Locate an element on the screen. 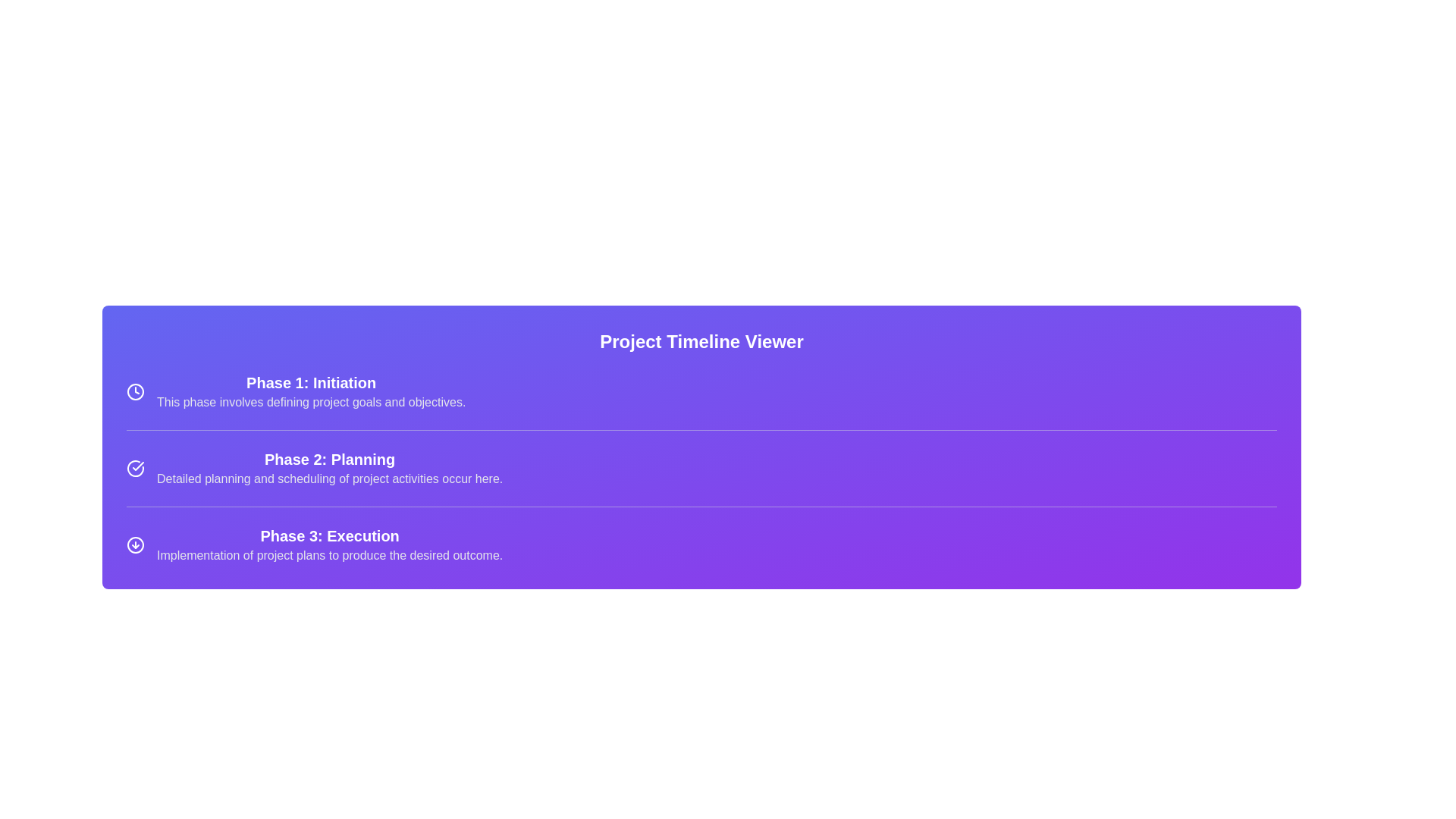  text content of the element displaying 'Phase 2: Planning', which is styled in a larger and bold font, located in a section with a purple background, above the description about detailed planning and scheduling is located at coordinates (329, 458).